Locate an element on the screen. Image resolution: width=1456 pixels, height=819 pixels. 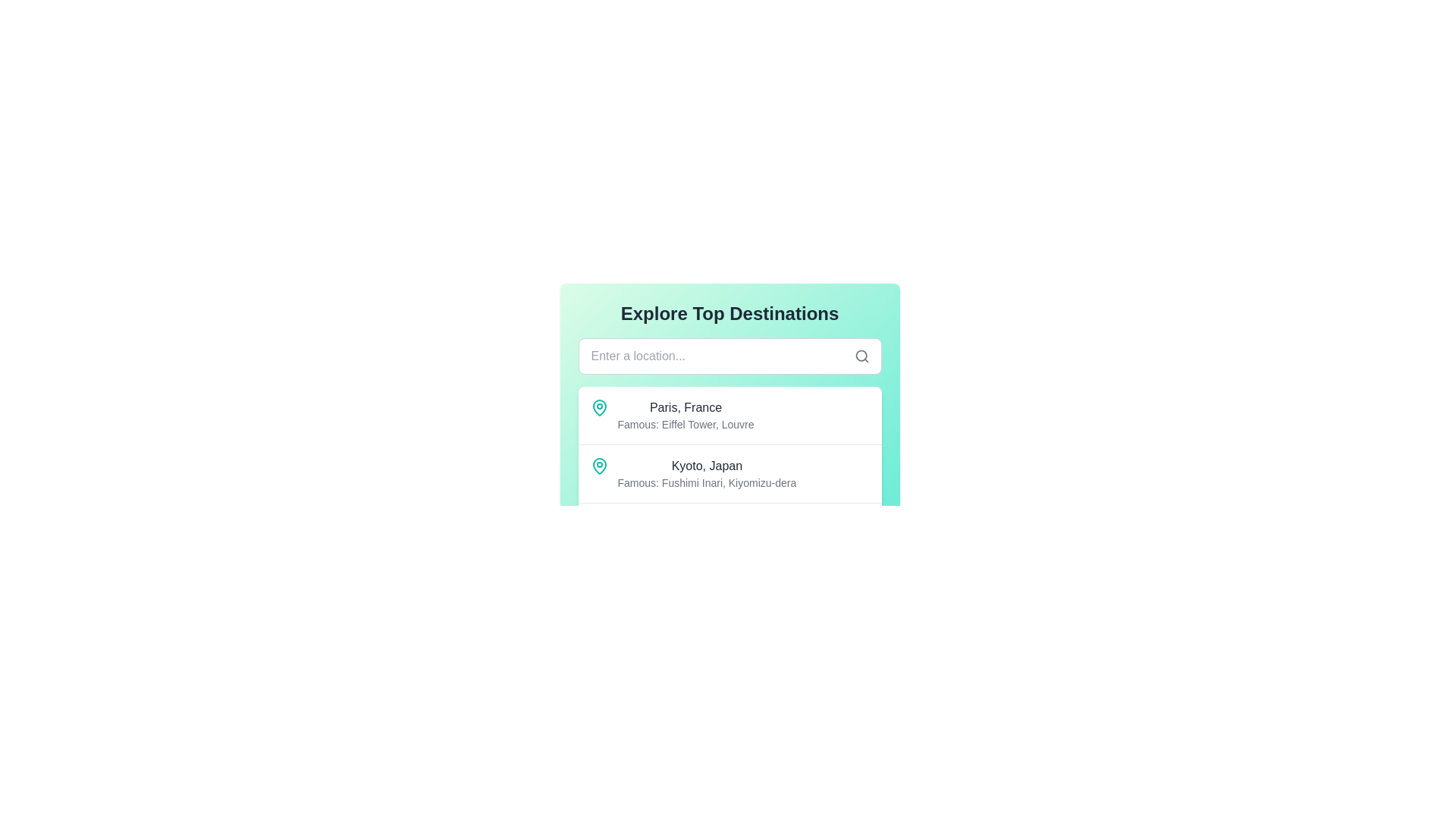
the decorative graphical element within the magnifying glass search icon, which is located to the far right inside the search bar component, slightly above its vertical centerline is located at coordinates (861, 356).